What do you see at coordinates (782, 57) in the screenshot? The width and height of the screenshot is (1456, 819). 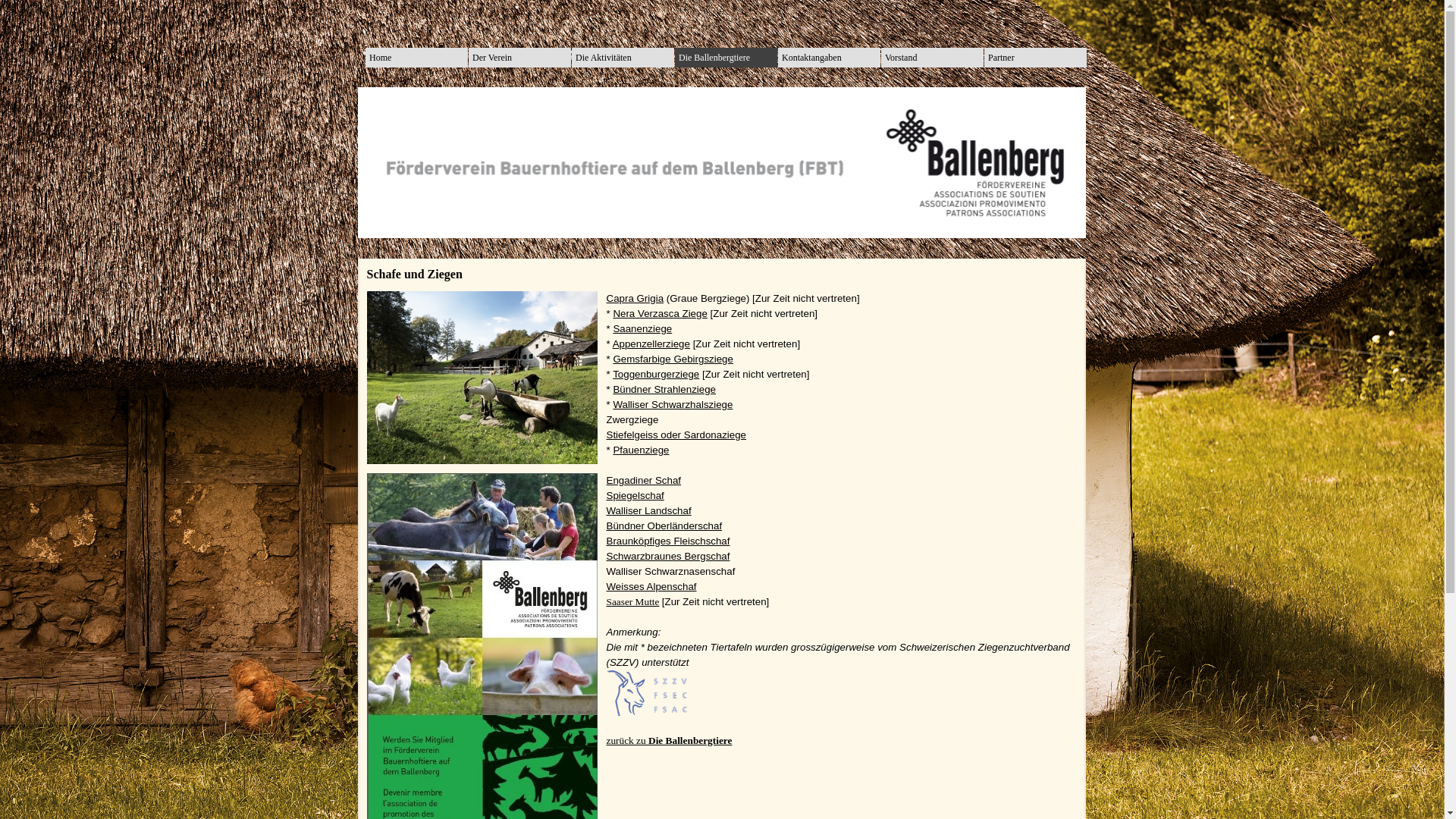 I see `'Kontaktangaben'` at bounding box center [782, 57].